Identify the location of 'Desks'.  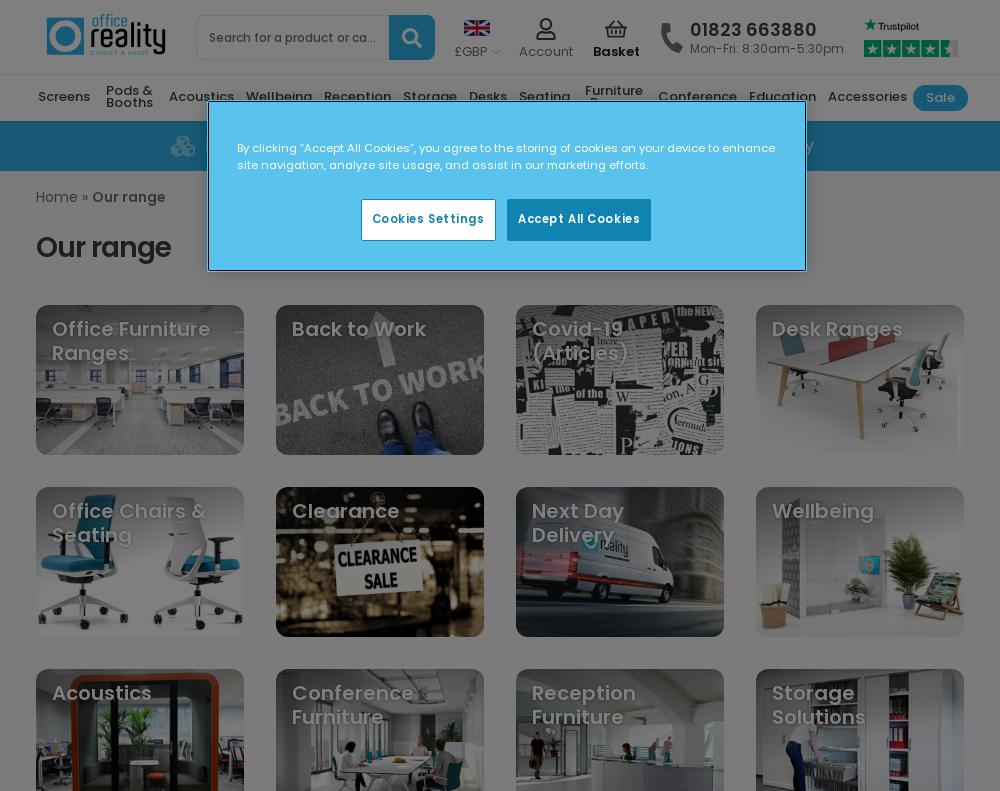
(468, 96).